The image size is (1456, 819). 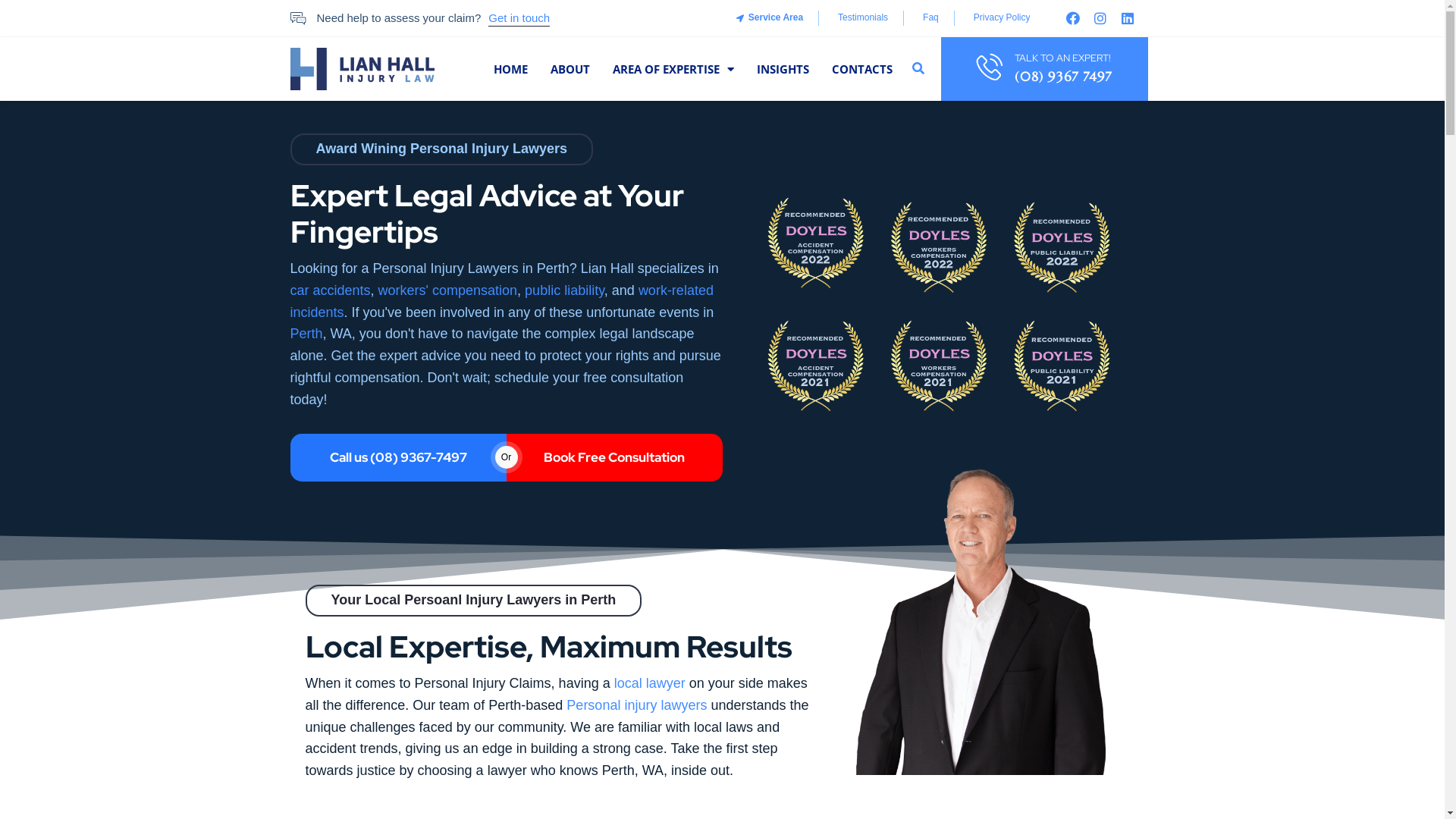 I want to click on 'local lawyer', so click(x=650, y=683).